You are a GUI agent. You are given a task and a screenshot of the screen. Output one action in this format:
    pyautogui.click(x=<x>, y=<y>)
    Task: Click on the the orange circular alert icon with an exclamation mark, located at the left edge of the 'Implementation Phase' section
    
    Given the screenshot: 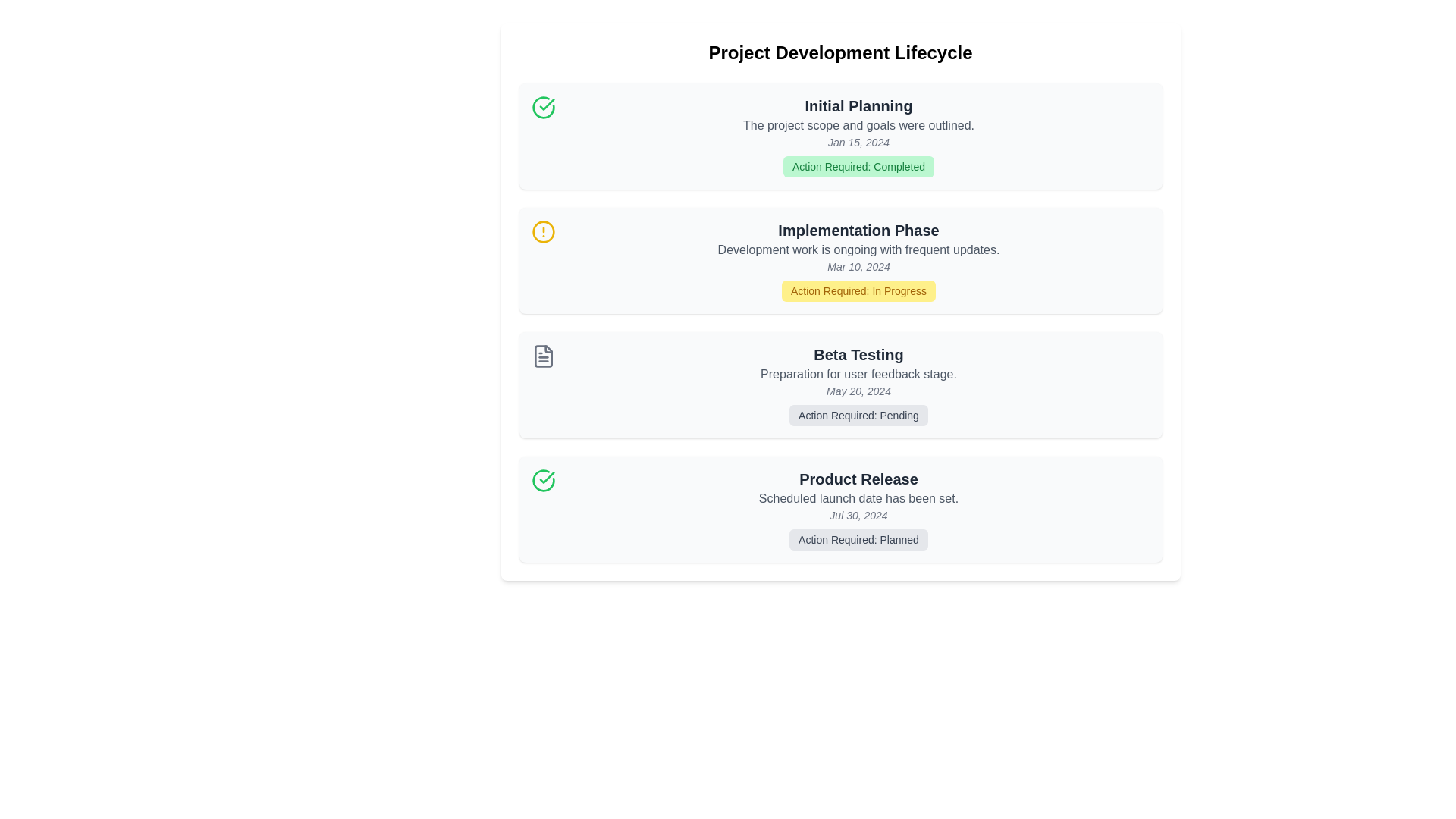 What is the action you would take?
    pyautogui.click(x=543, y=231)
    